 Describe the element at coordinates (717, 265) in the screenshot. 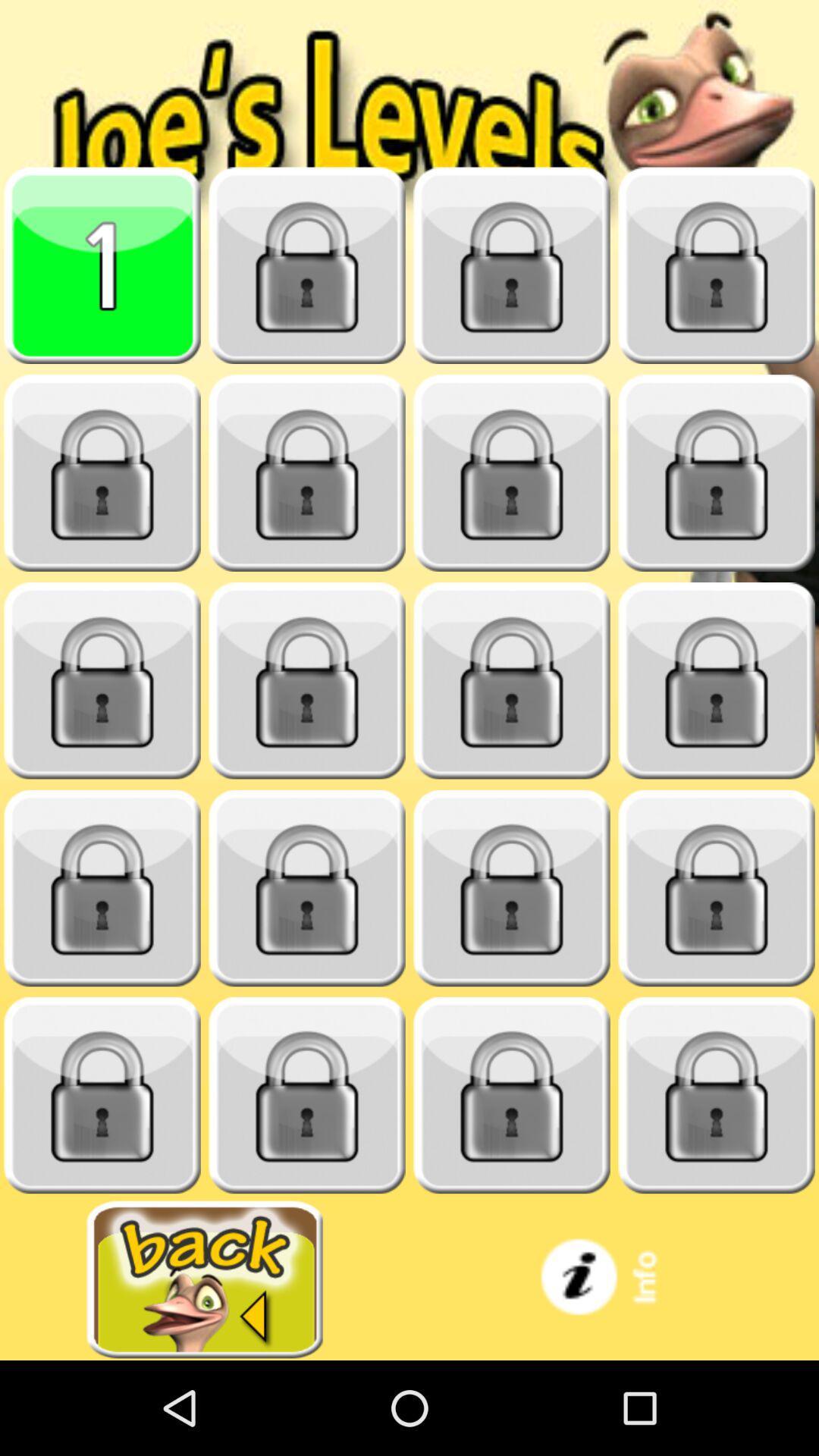

I see `level` at that location.